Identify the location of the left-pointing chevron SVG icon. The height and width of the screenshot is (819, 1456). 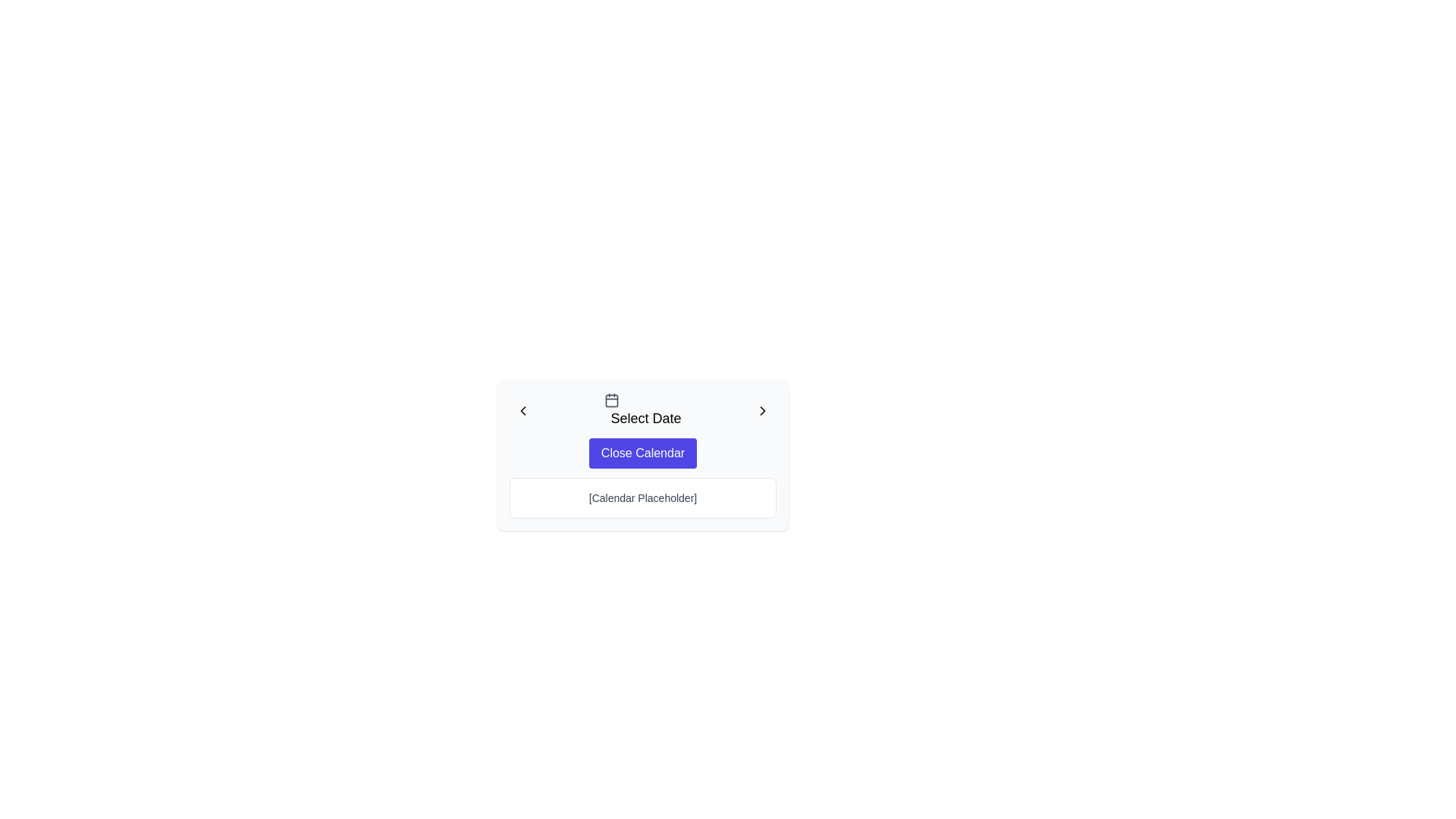
(523, 411).